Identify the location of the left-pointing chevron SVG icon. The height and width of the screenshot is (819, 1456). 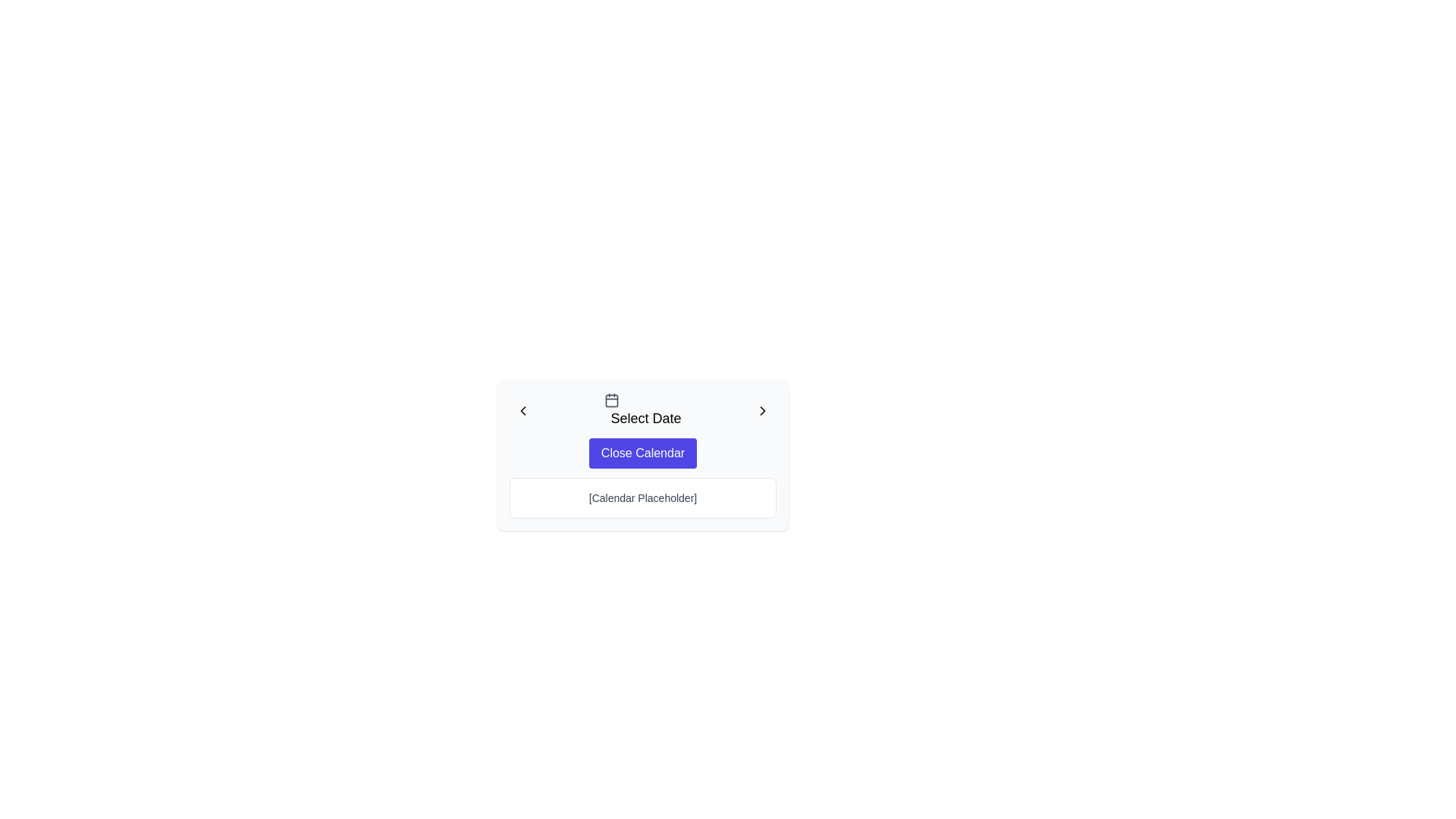
(523, 411).